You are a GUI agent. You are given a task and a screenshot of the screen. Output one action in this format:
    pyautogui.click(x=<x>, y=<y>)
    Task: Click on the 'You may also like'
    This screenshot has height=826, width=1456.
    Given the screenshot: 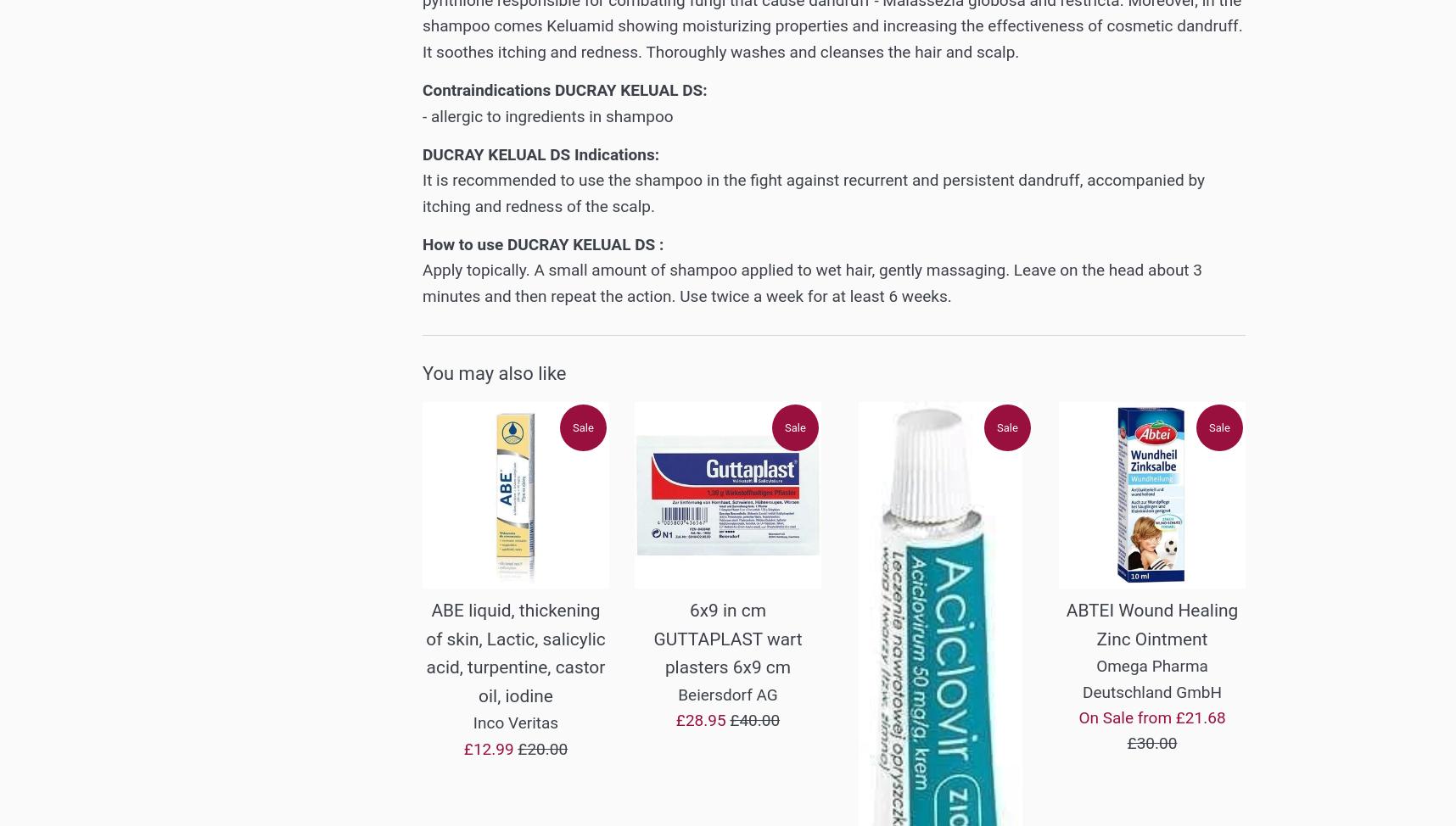 What is the action you would take?
    pyautogui.click(x=421, y=372)
    